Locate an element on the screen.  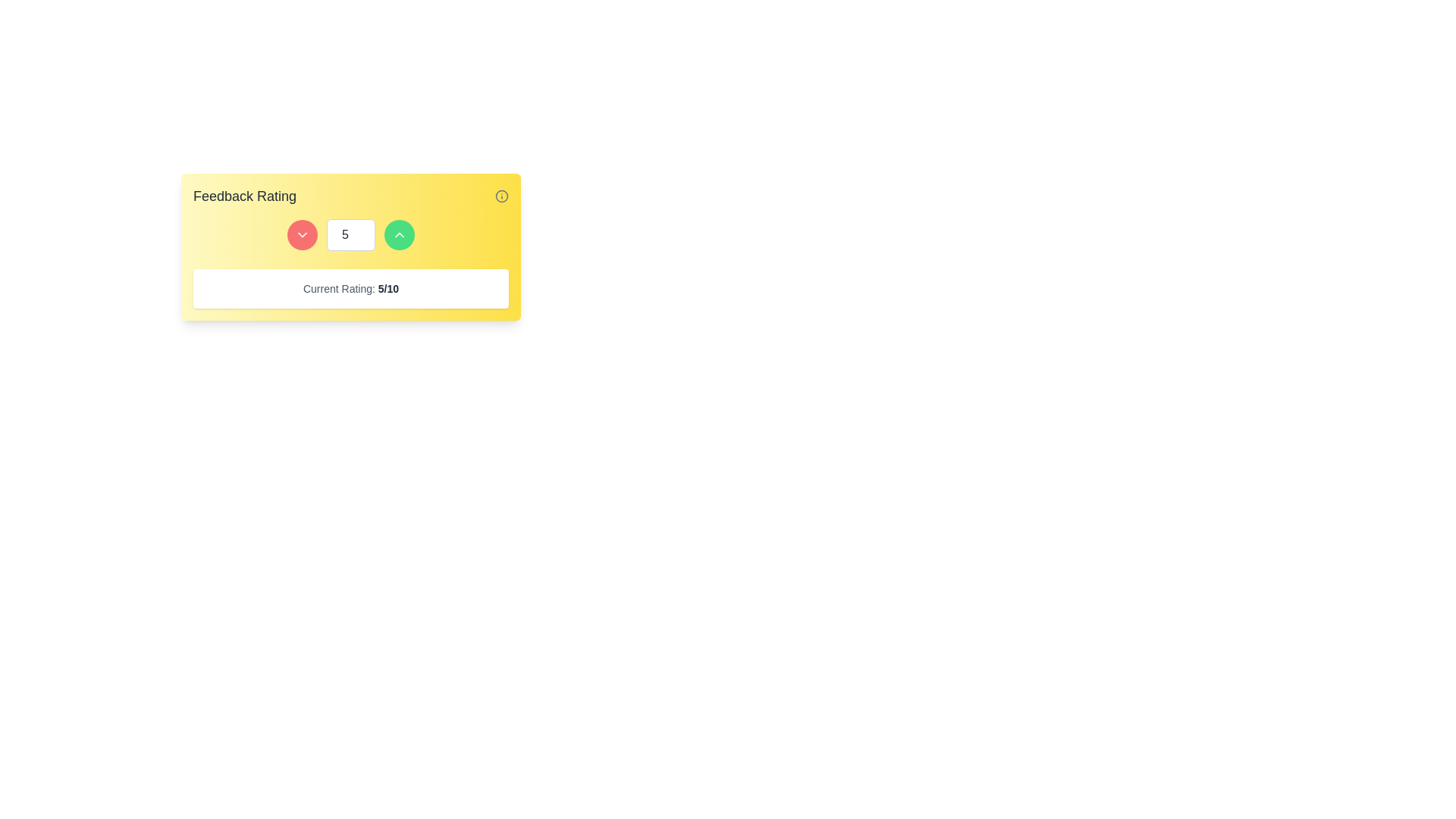
the Text Label that displays the current rating score, which is bold and aligned with the 'Current Rating:' statement is located at coordinates (388, 289).